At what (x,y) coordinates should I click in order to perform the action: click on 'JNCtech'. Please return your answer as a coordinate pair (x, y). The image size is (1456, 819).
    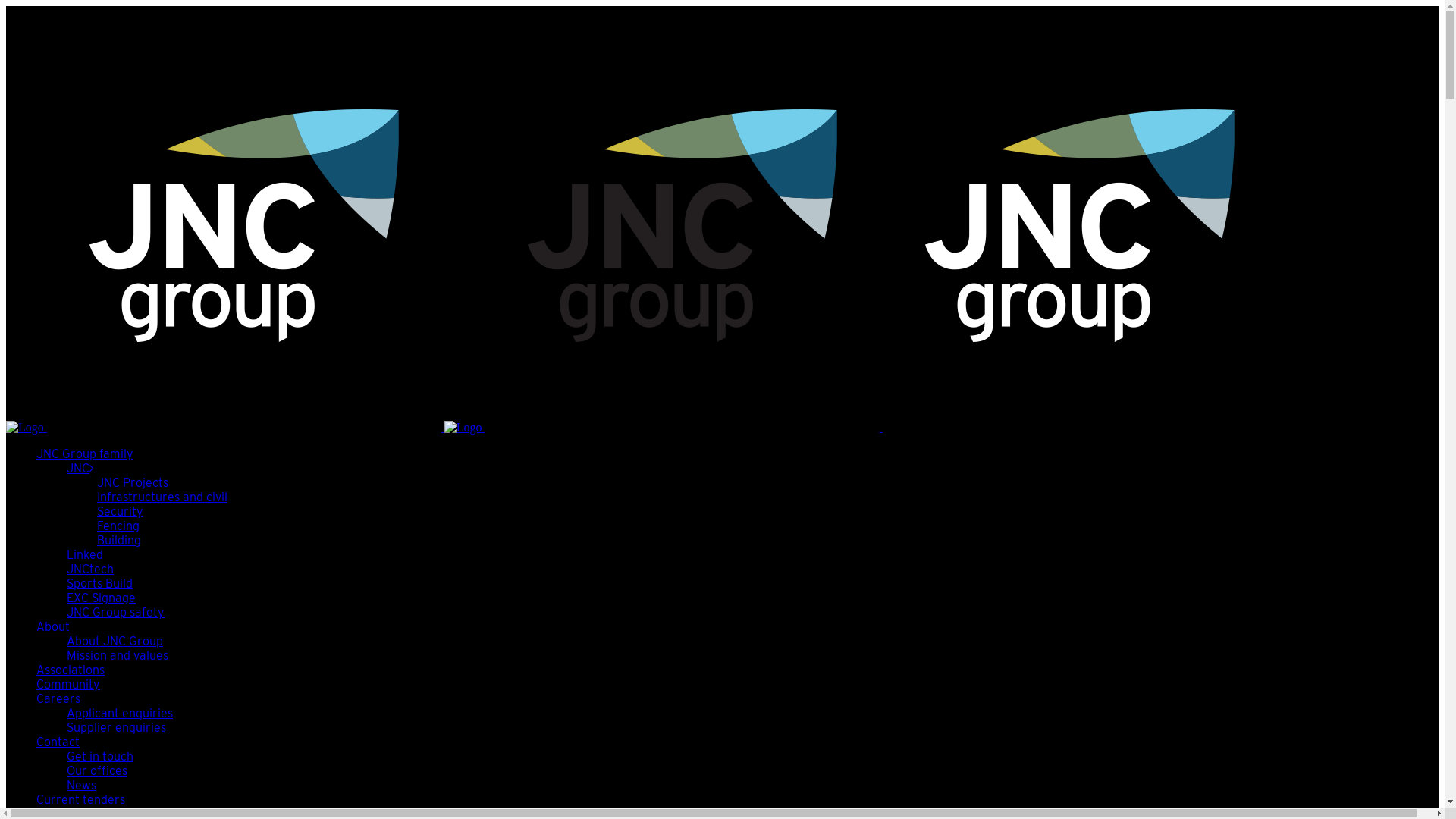
    Looking at the image, I should click on (89, 569).